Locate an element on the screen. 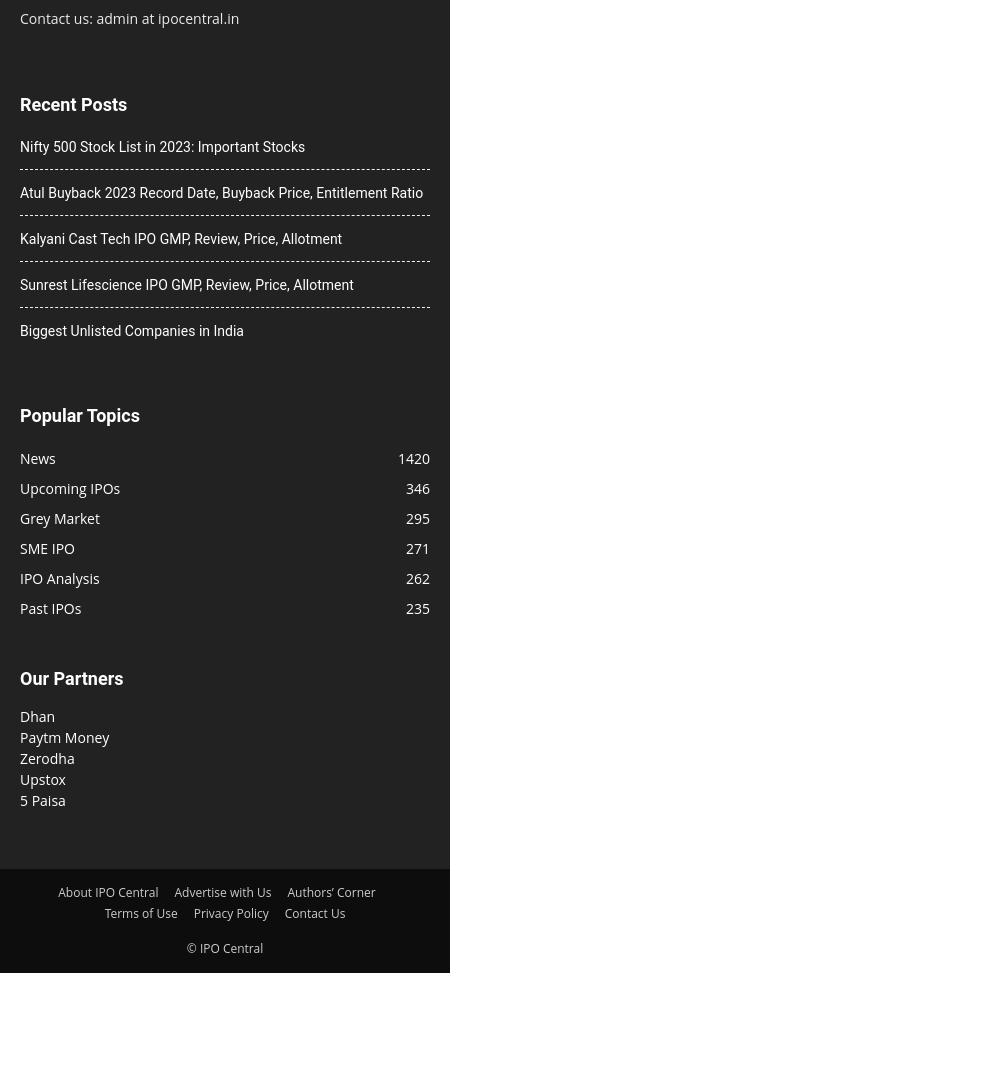 This screenshot has height=1070, width=990. 'News' is located at coordinates (36, 457).